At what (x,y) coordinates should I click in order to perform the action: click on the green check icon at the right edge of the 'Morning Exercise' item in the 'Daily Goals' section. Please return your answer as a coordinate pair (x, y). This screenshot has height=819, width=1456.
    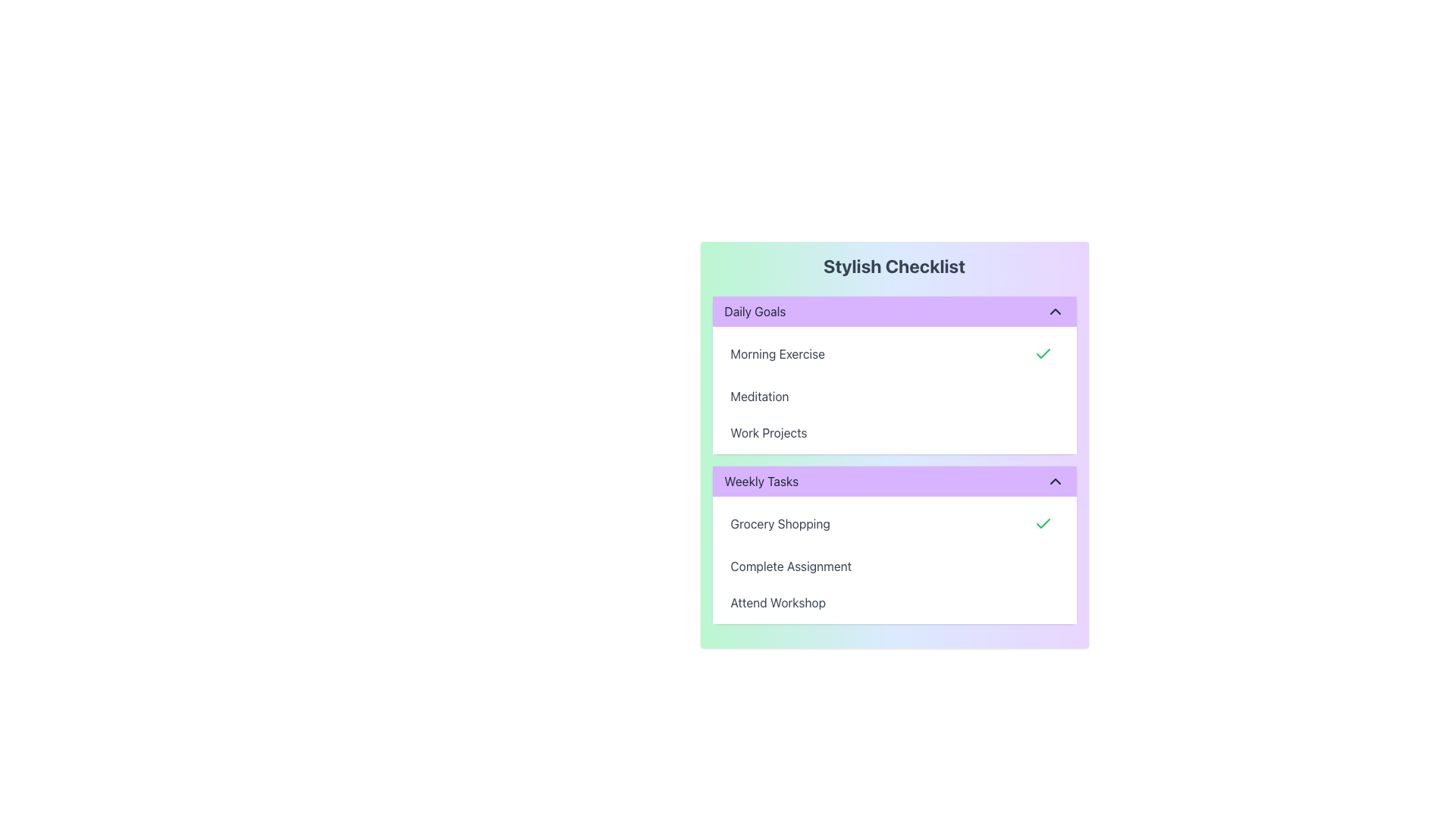
    Looking at the image, I should click on (1042, 353).